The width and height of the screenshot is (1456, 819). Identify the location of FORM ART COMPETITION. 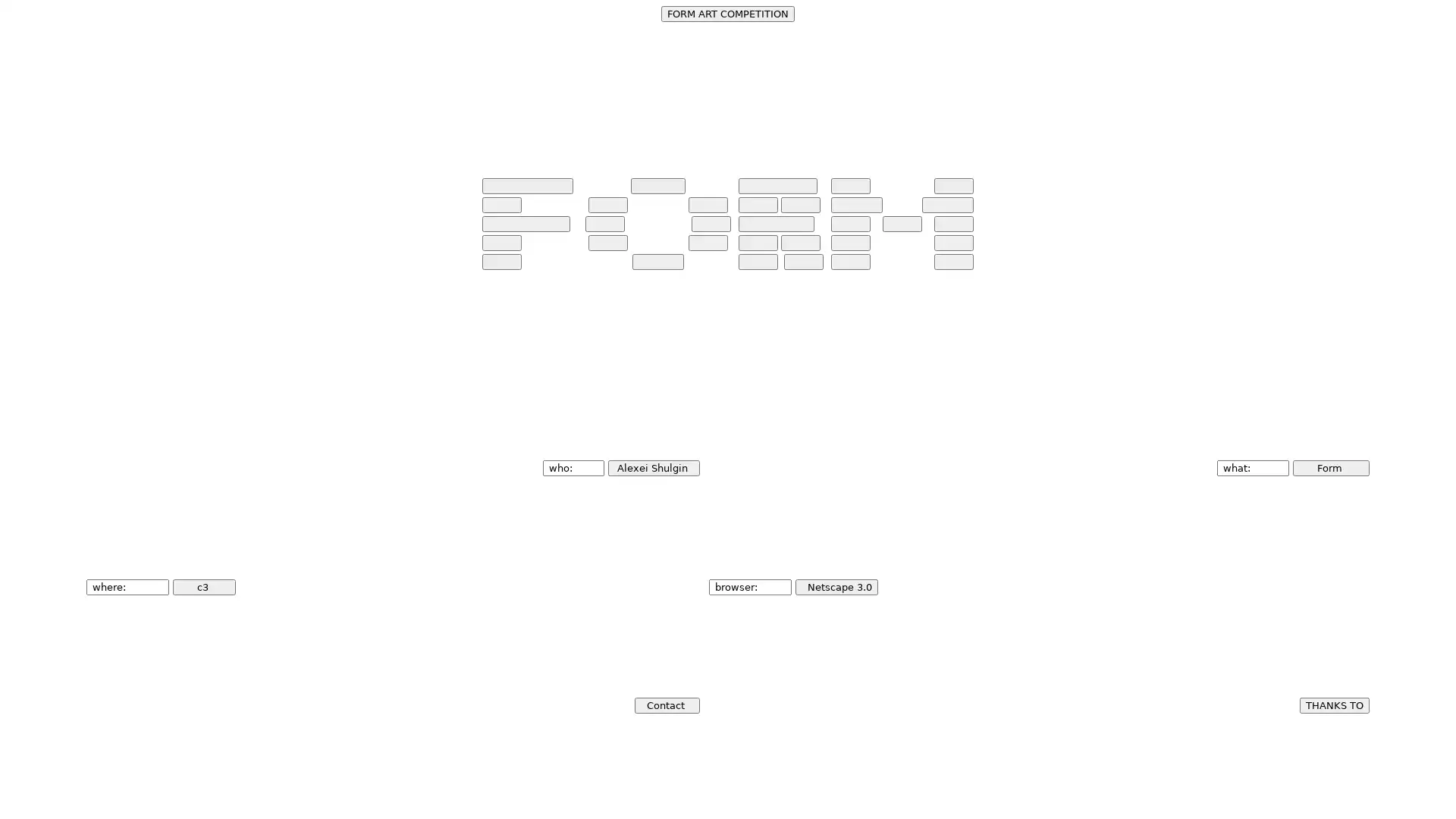
(728, 14).